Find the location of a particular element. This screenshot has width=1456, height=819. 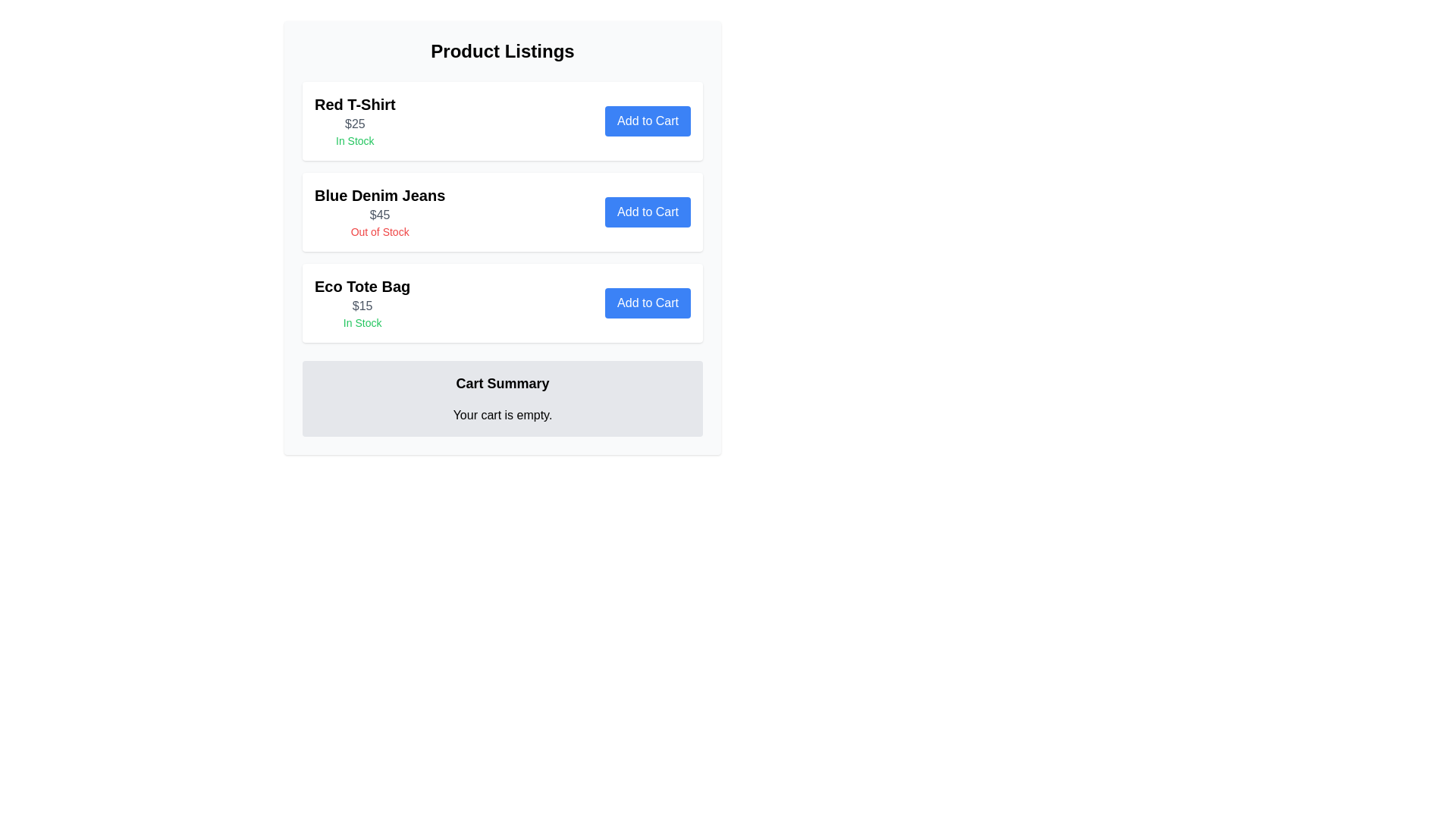

text label indicating the stock availability status of the product 'Eco Tote Bag', which is located below the price label ($15) in the product list is located at coordinates (362, 322).